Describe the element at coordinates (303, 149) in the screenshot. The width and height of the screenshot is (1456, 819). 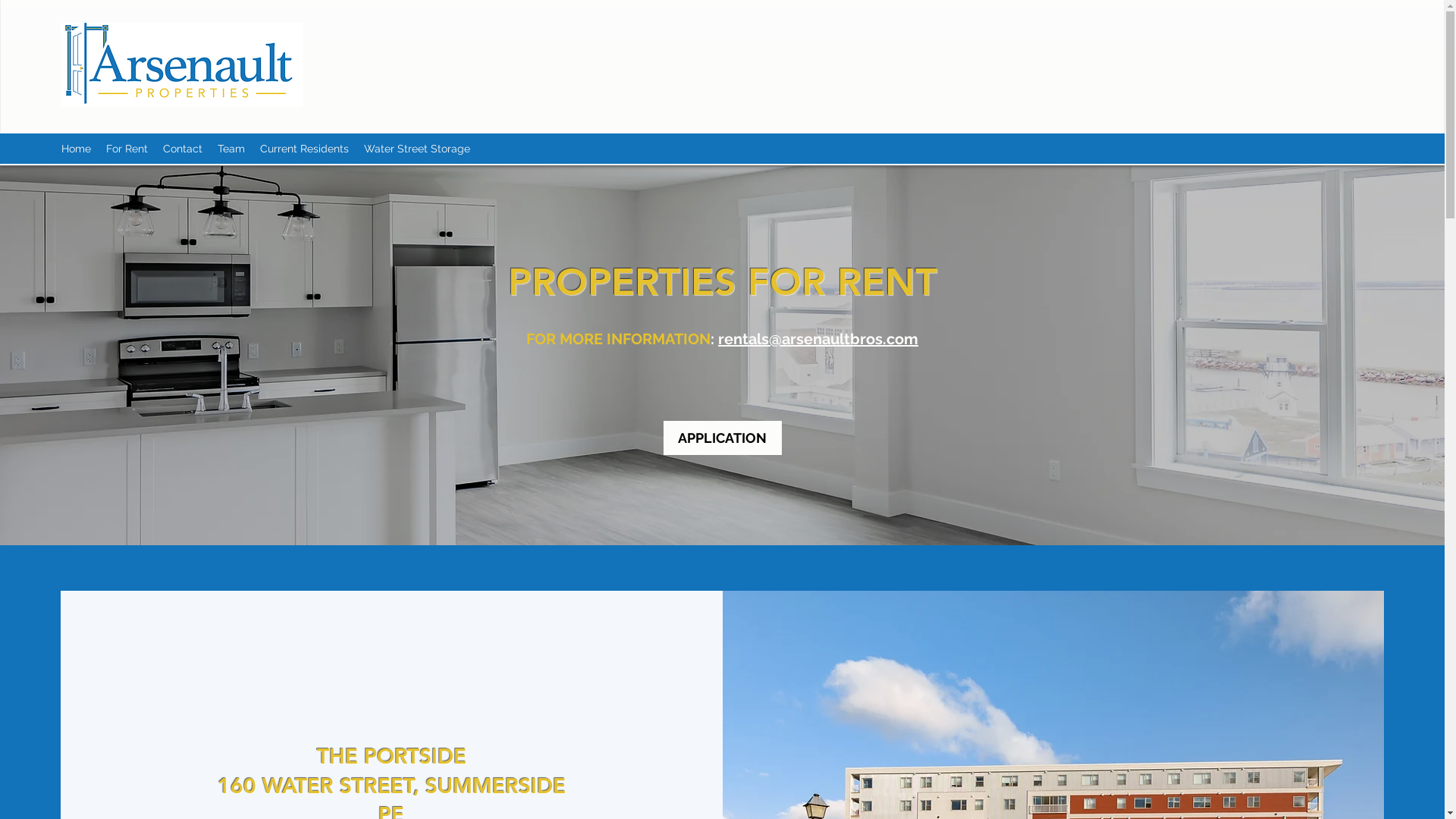
I see `'Current Residents'` at that location.